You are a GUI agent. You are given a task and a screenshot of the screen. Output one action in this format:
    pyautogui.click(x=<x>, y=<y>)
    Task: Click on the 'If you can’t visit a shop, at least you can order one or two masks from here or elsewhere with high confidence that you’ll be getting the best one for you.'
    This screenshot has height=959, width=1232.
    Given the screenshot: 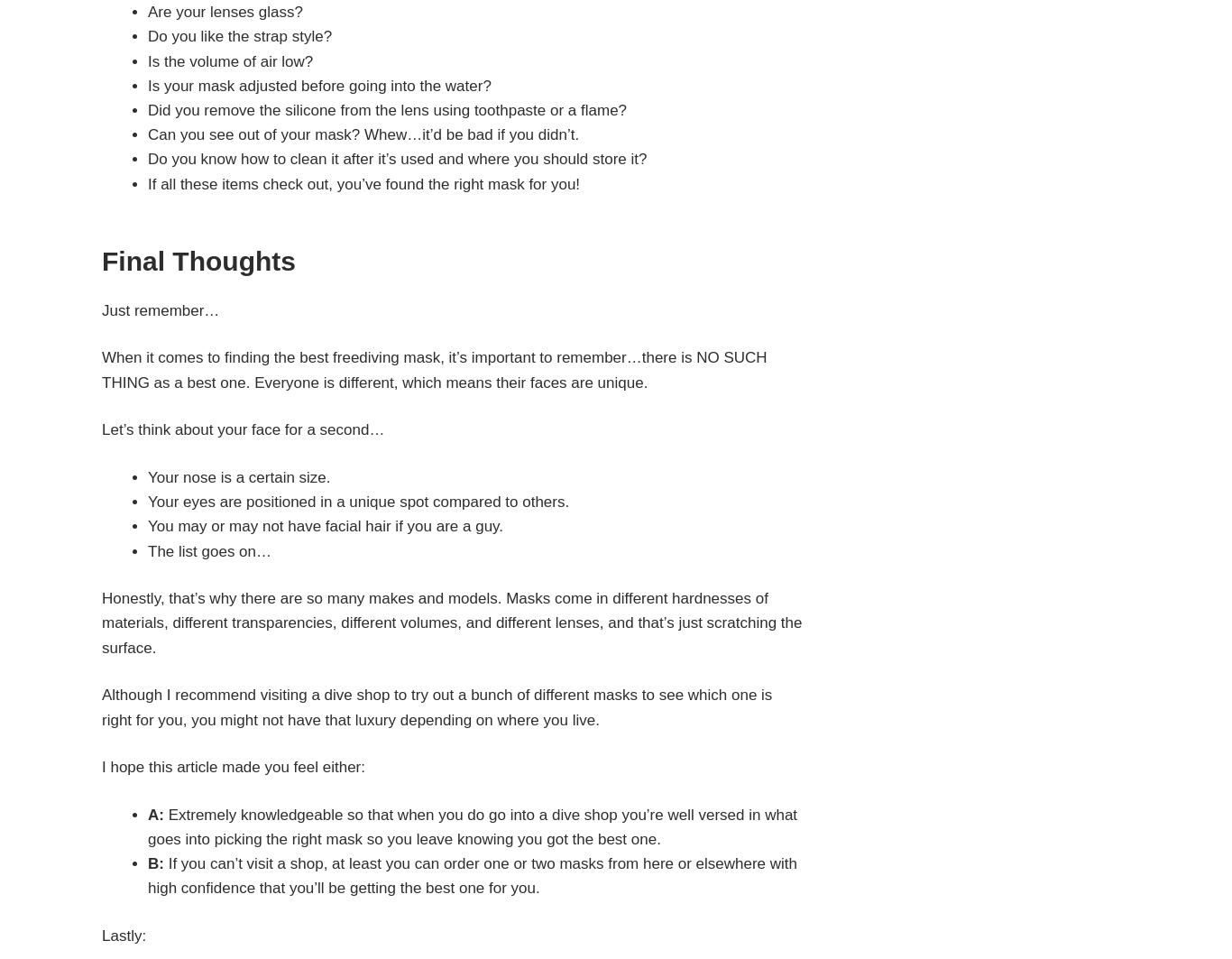 What is the action you would take?
    pyautogui.click(x=472, y=875)
    